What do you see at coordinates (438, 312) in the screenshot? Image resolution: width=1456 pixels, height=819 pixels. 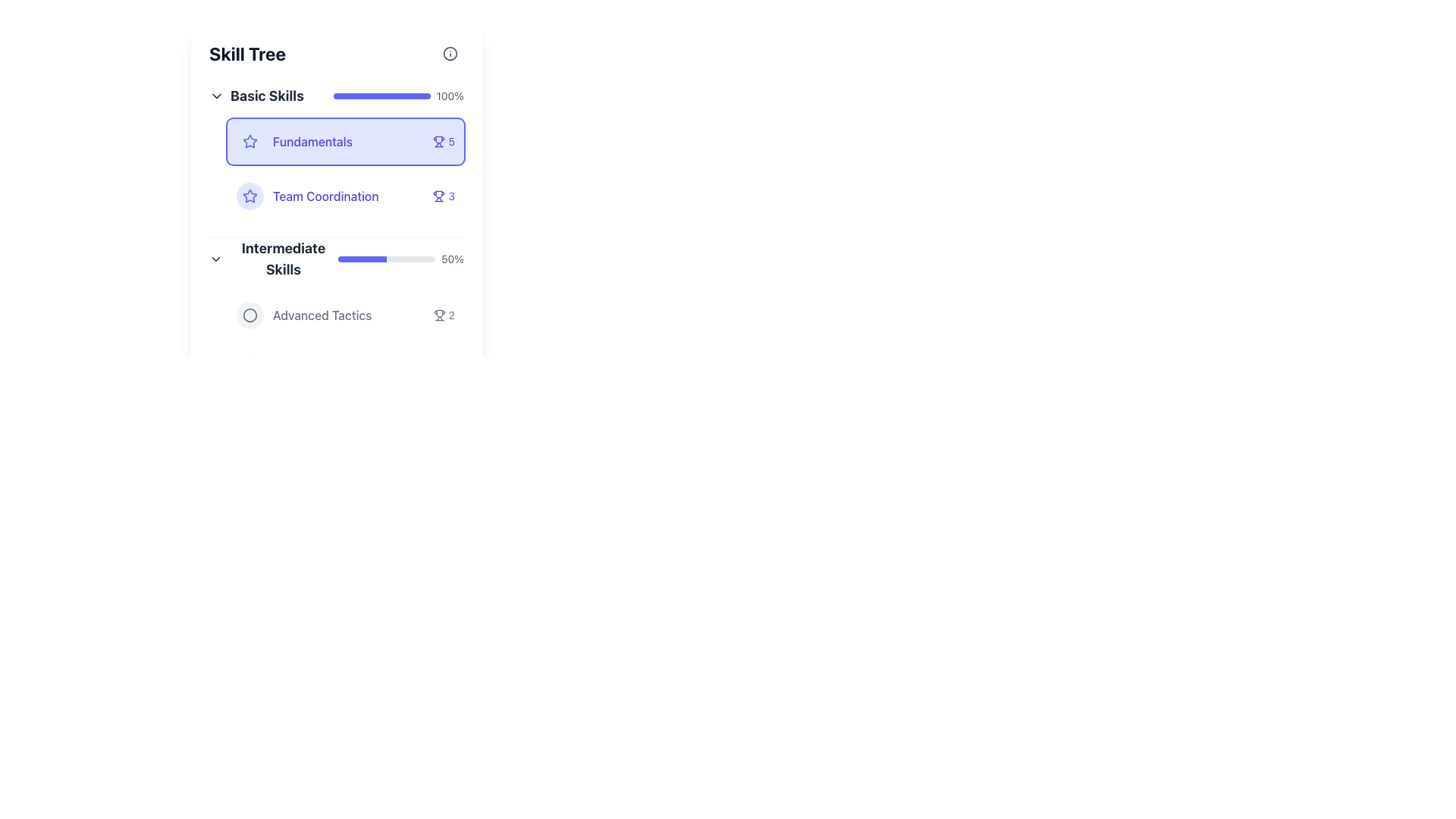 I see `the trophy cup's main body within the SVG icon next to the '2' in the 'Intermediate Skills' section labeled 'Advanced Tactics'` at bounding box center [438, 312].